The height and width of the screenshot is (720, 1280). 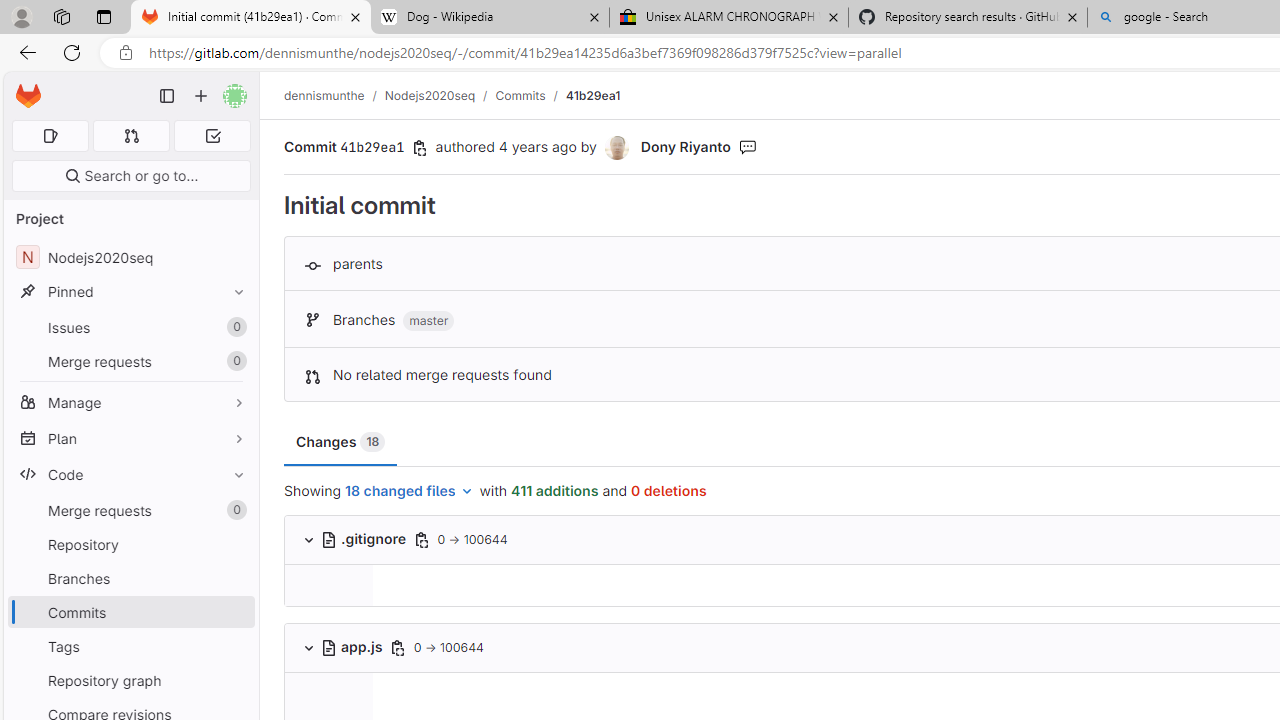 What do you see at coordinates (130, 509) in the screenshot?
I see `'Merge requests 0'` at bounding box center [130, 509].